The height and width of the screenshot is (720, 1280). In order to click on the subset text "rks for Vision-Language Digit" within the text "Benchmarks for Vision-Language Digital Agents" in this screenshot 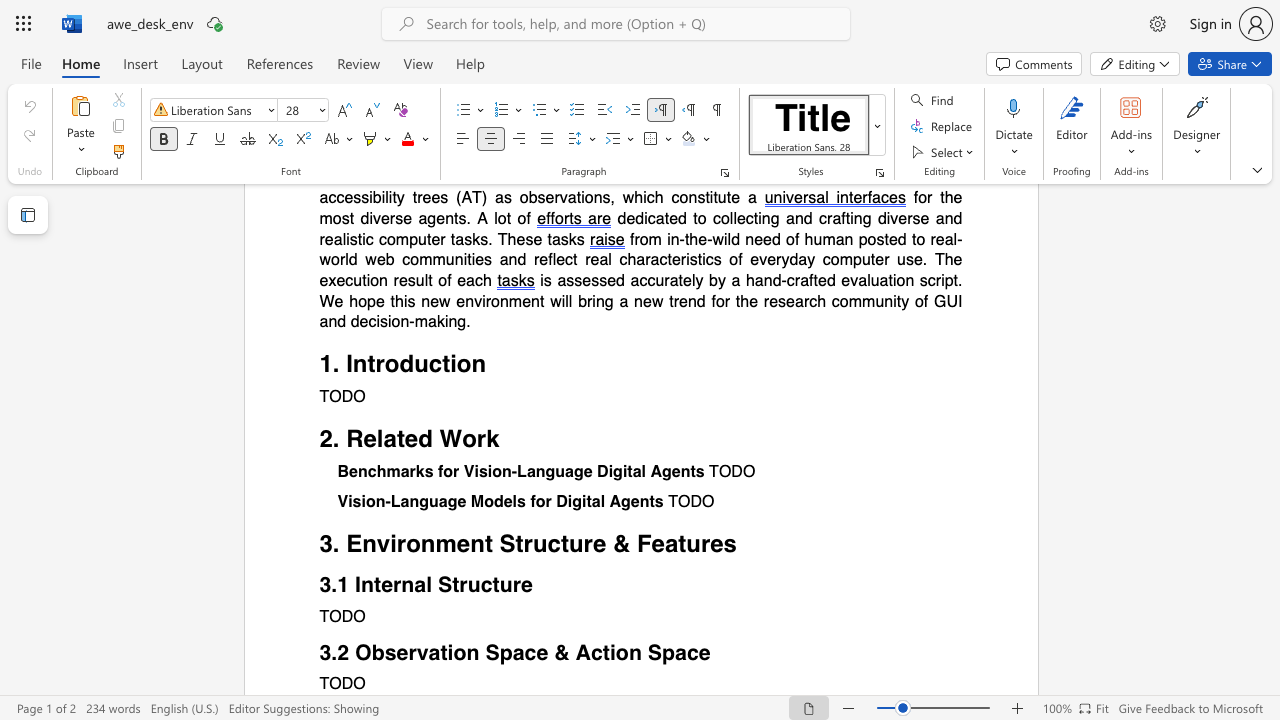, I will do `click(408, 472)`.